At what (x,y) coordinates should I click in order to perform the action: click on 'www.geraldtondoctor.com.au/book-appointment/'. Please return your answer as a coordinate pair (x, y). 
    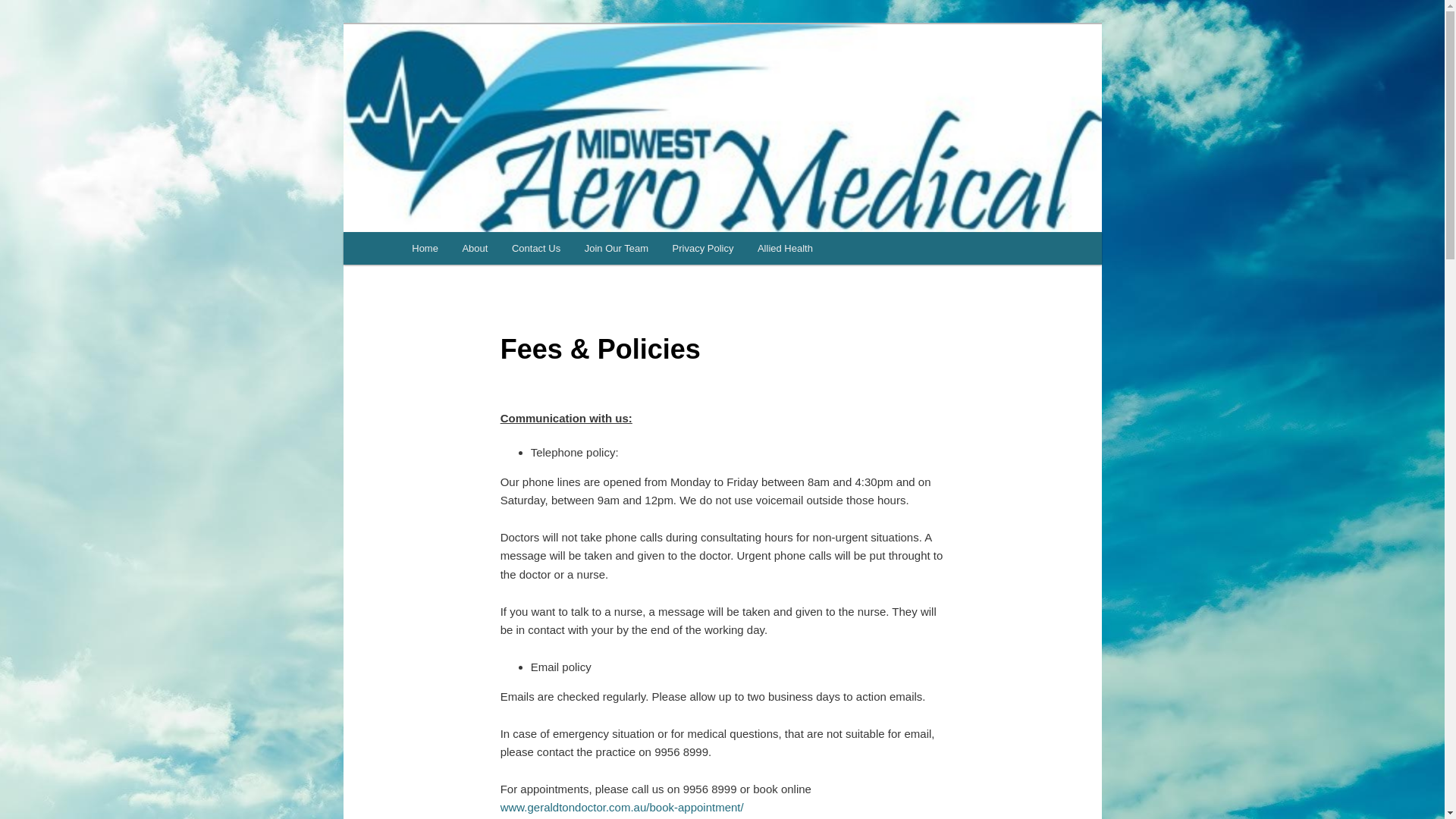
    Looking at the image, I should click on (622, 806).